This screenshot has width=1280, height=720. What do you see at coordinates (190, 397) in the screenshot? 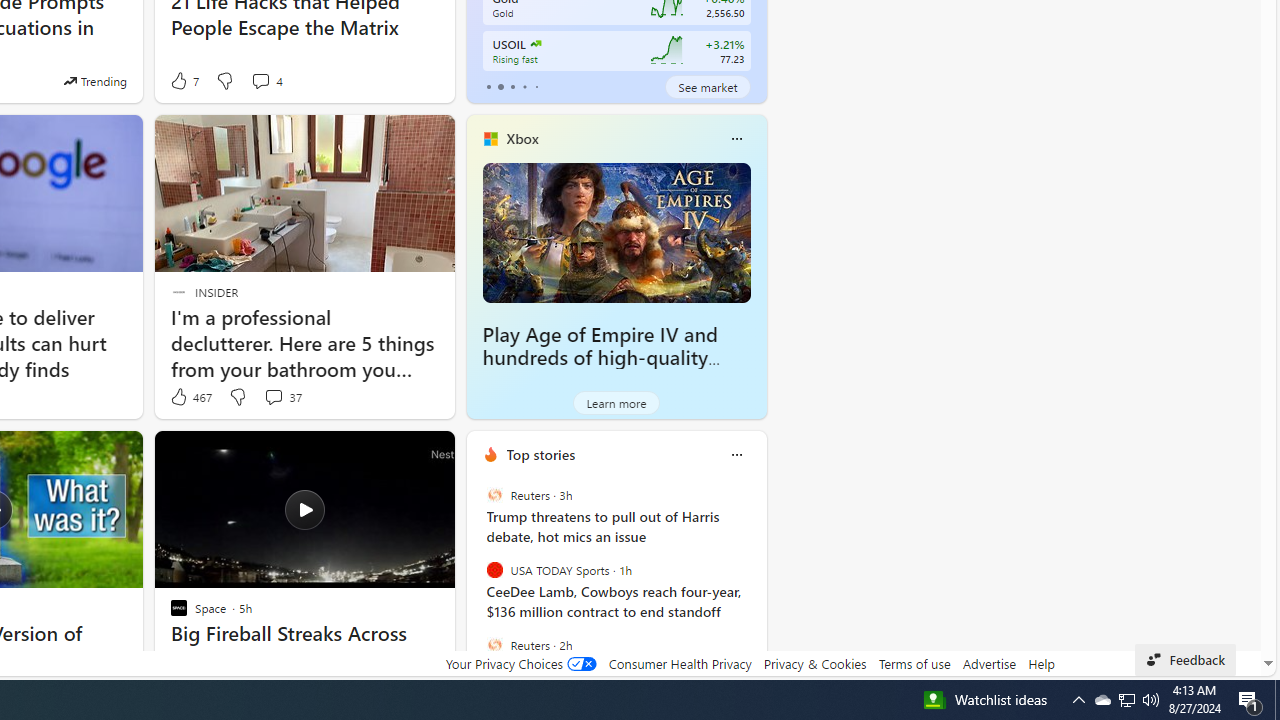
I see `'467 Like'` at bounding box center [190, 397].